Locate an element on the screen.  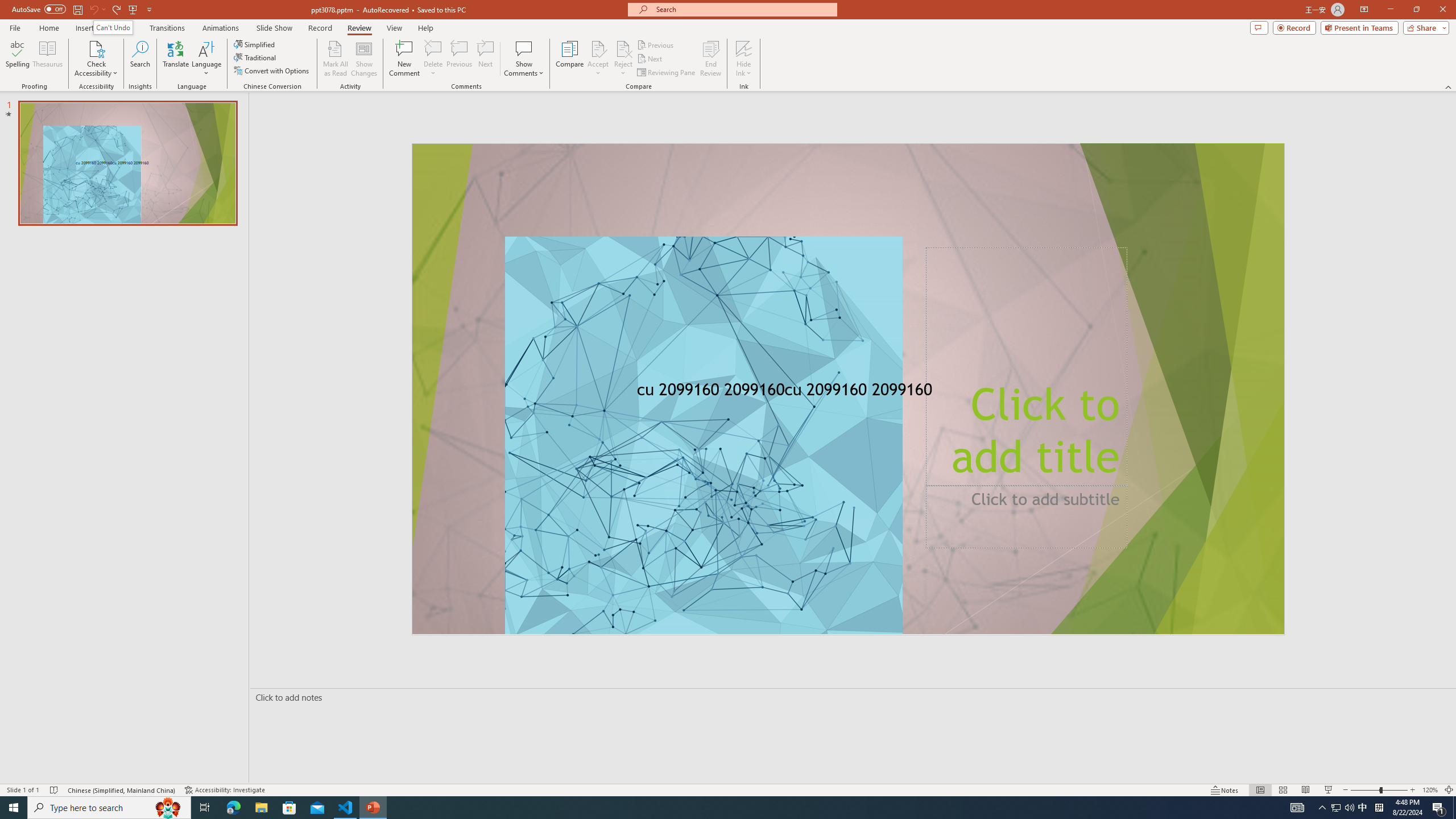
'New Comment' is located at coordinates (403, 59).